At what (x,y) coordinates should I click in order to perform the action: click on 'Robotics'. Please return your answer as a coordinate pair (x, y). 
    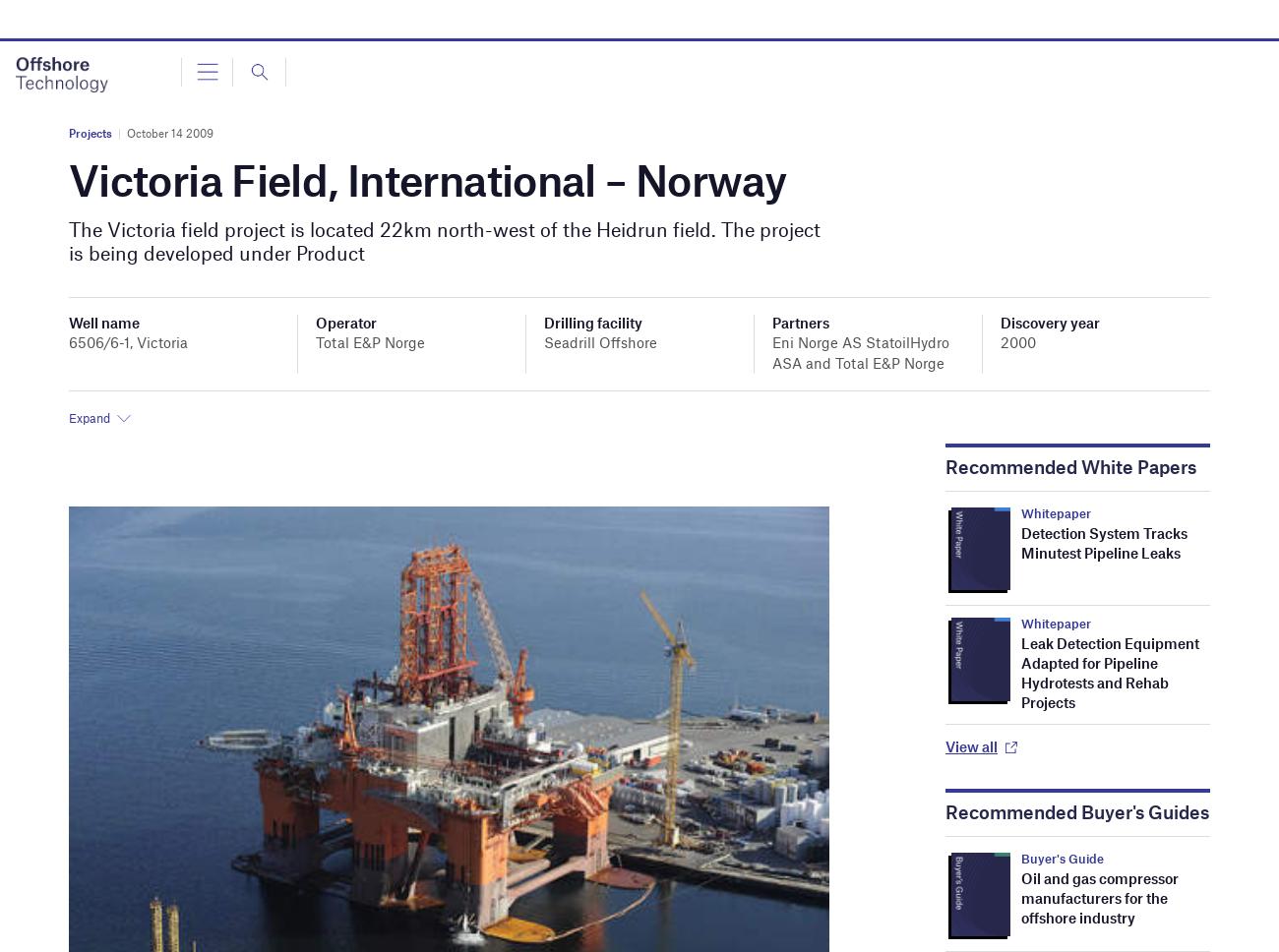
    Looking at the image, I should click on (83, 344).